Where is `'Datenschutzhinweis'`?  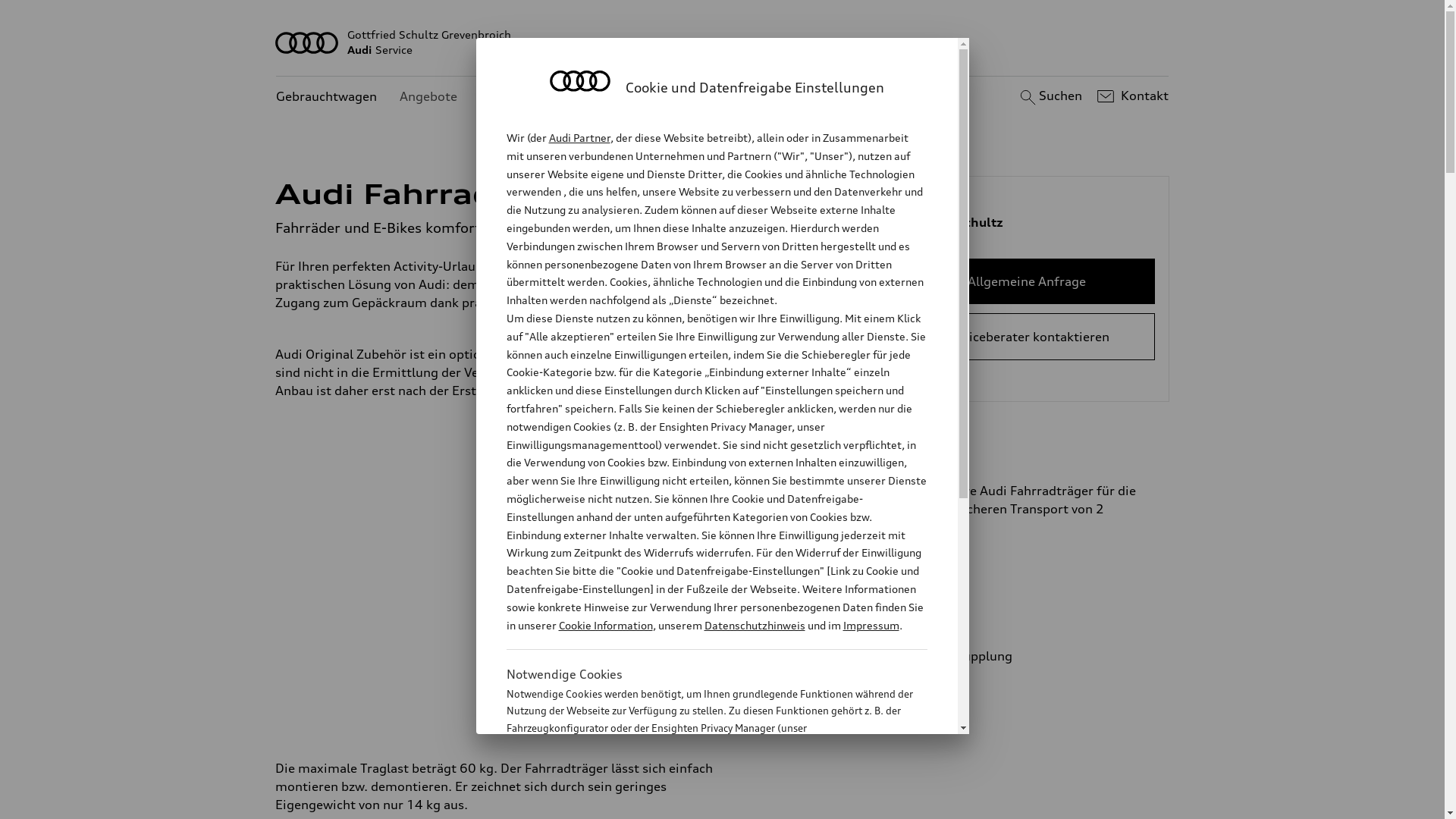 'Datenschutzhinweis' is located at coordinates (754, 625).